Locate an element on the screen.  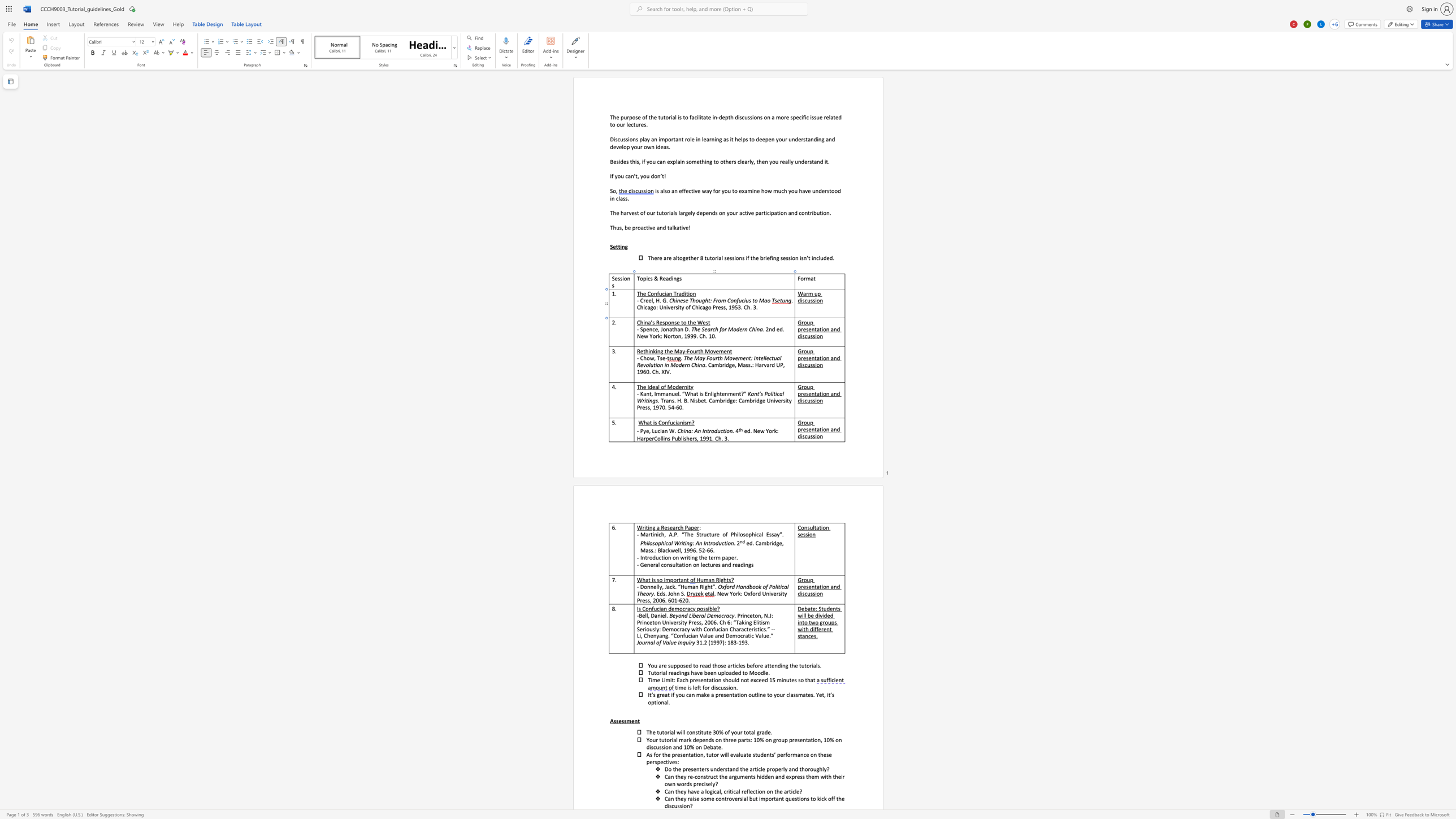
the space between the continuous character "d" and "i" in the text is located at coordinates (684, 293).